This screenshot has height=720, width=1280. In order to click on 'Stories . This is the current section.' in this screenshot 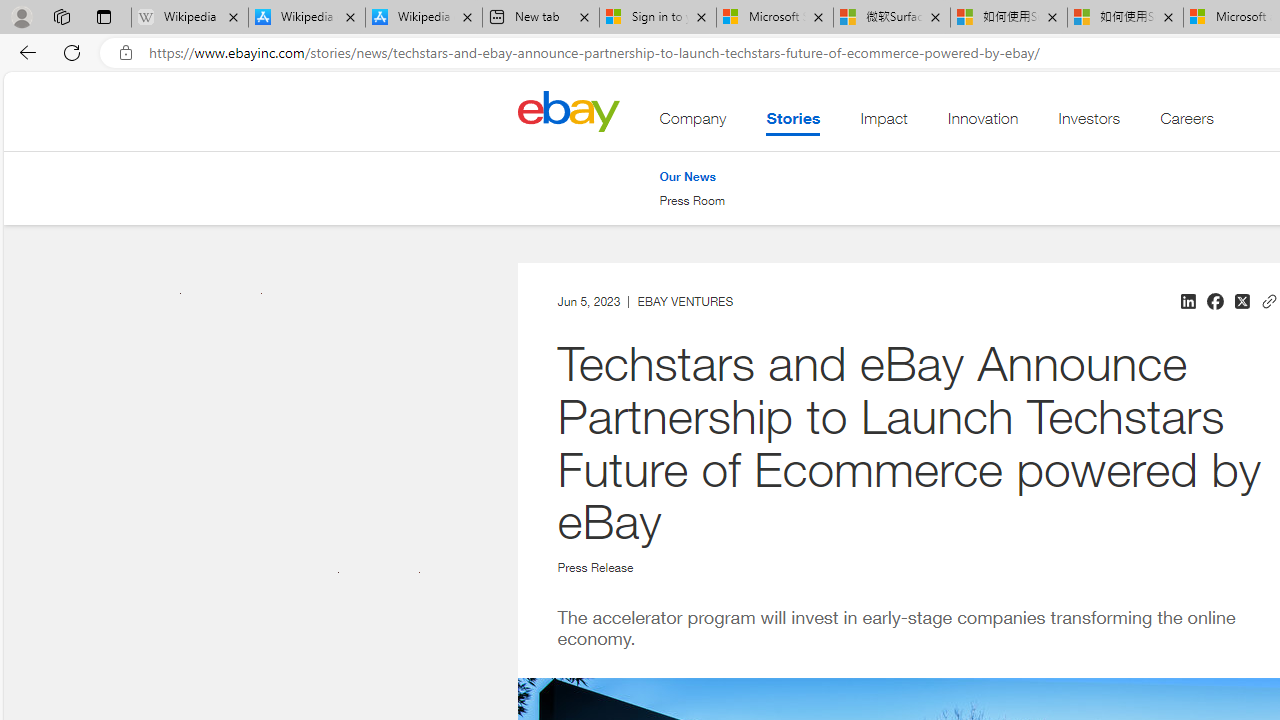, I will do `click(791, 123)`.